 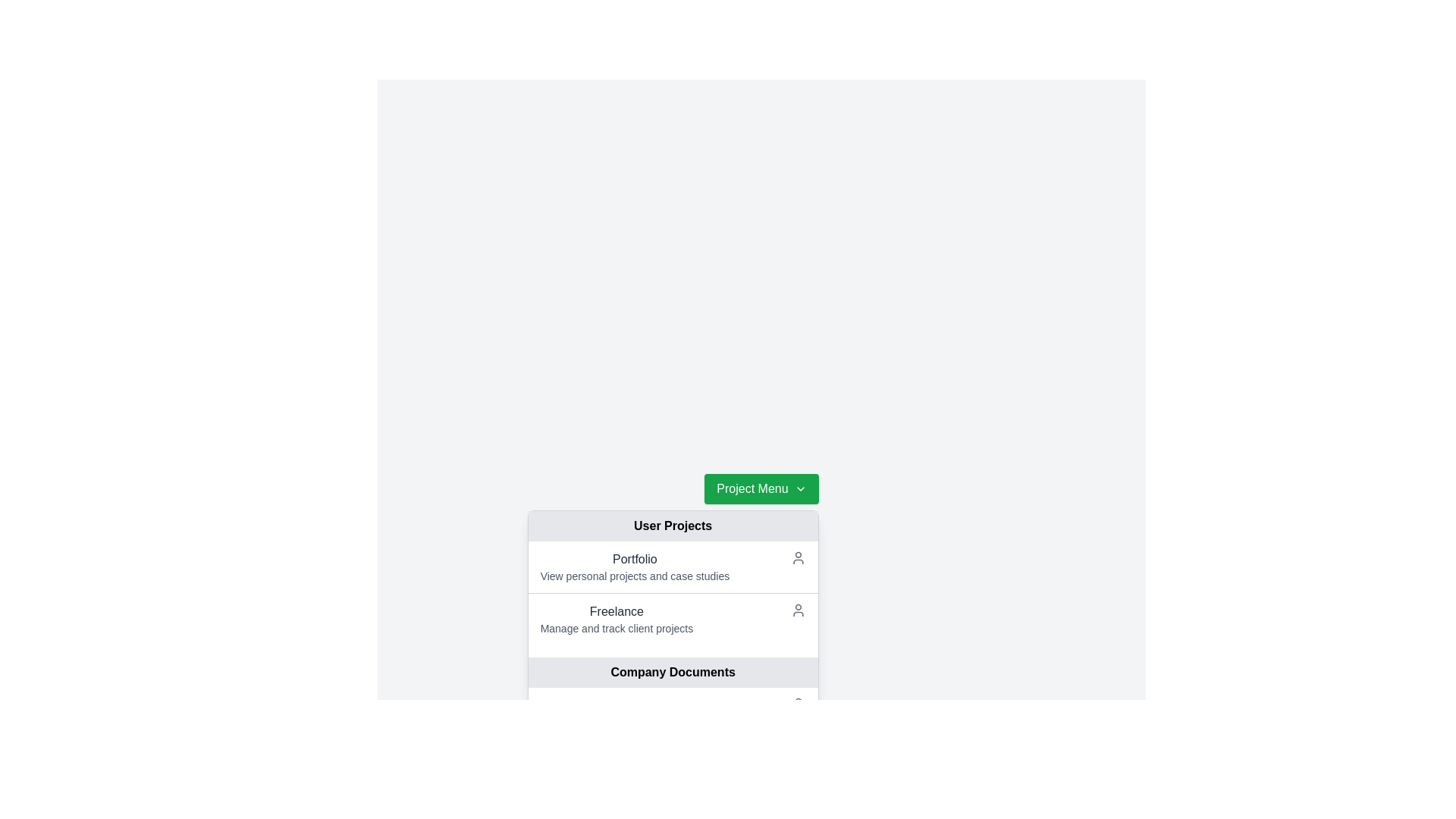 I want to click on the 'Project Menu' button, which is a rectangular button with a green background and white text, so click(x=761, y=488).